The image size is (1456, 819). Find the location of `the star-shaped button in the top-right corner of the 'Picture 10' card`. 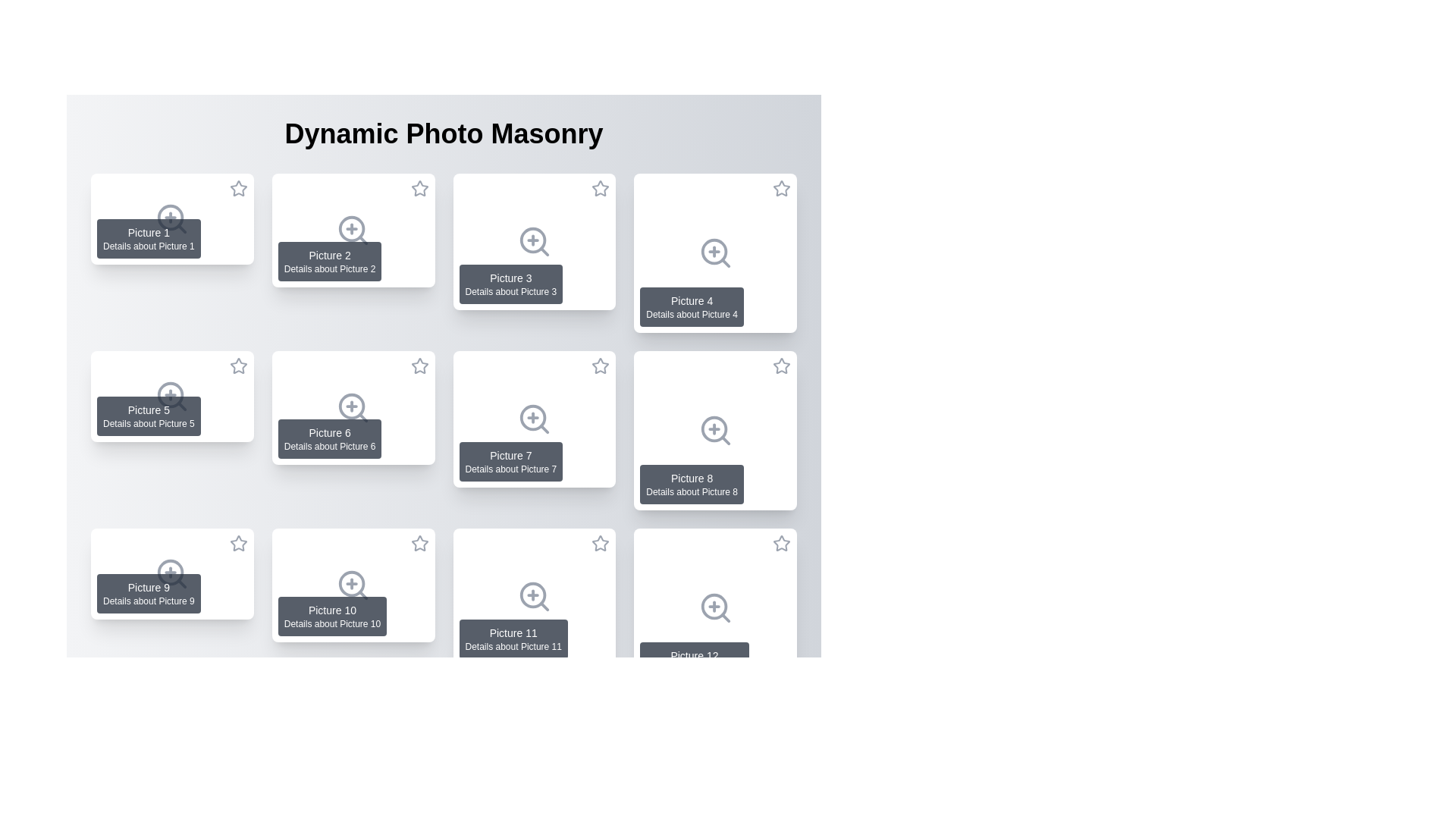

the star-shaped button in the top-right corner of the 'Picture 10' card is located at coordinates (419, 542).